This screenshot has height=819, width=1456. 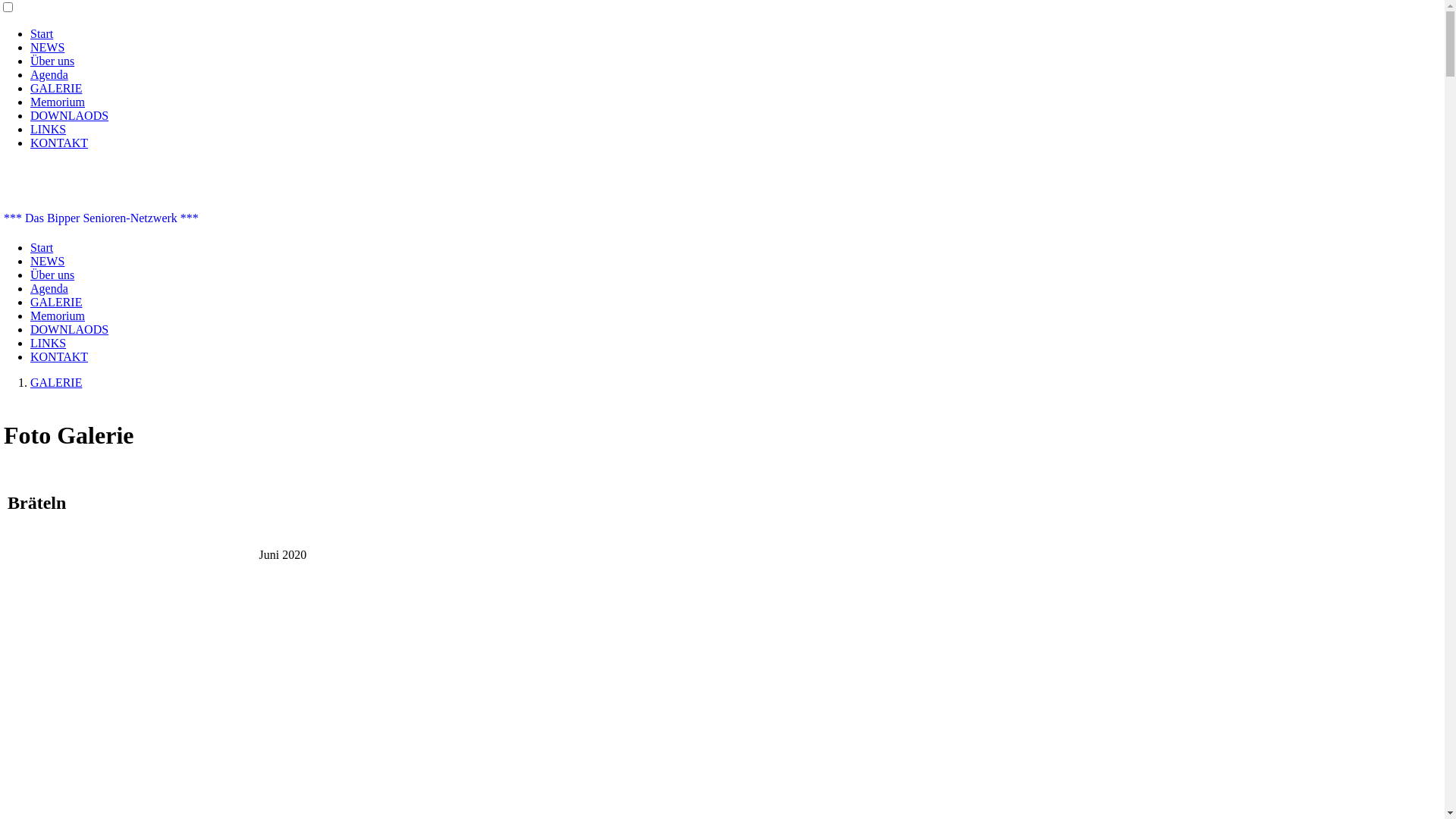 What do you see at coordinates (48, 343) in the screenshot?
I see `'LINKS'` at bounding box center [48, 343].